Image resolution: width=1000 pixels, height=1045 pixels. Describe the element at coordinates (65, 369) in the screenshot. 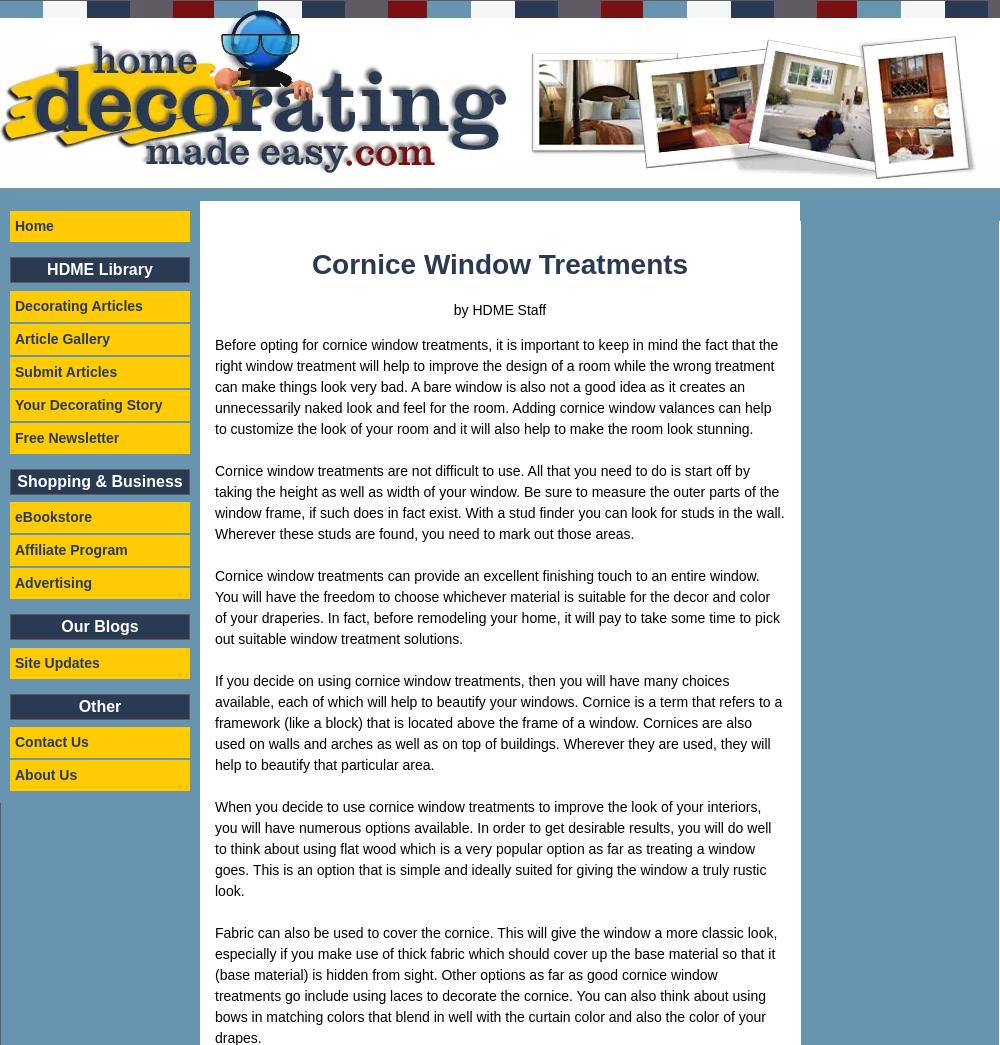

I see `'Submit Articles'` at that location.